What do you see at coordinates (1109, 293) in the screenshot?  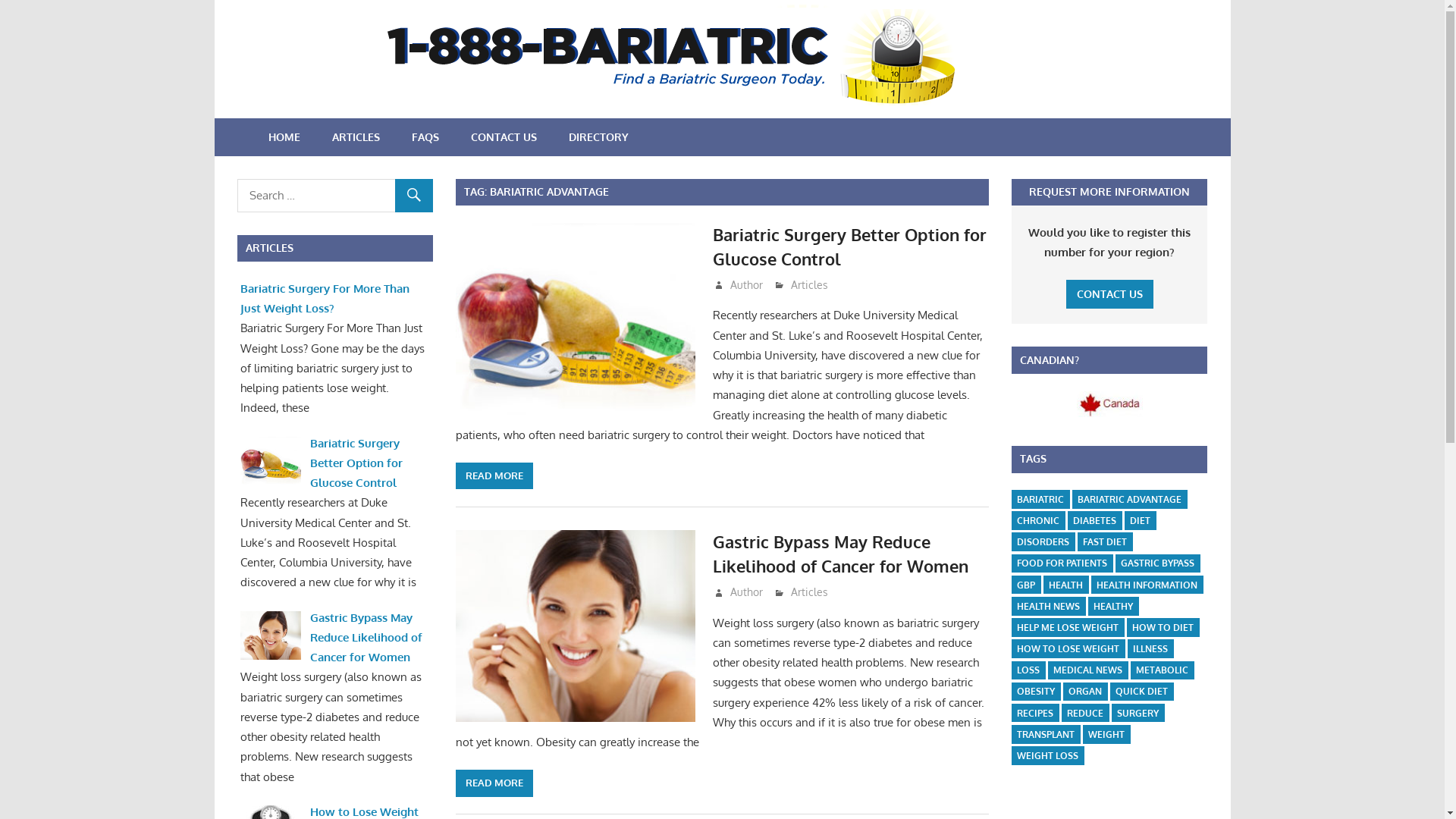 I see `'CONTACT US'` at bounding box center [1109, 293].